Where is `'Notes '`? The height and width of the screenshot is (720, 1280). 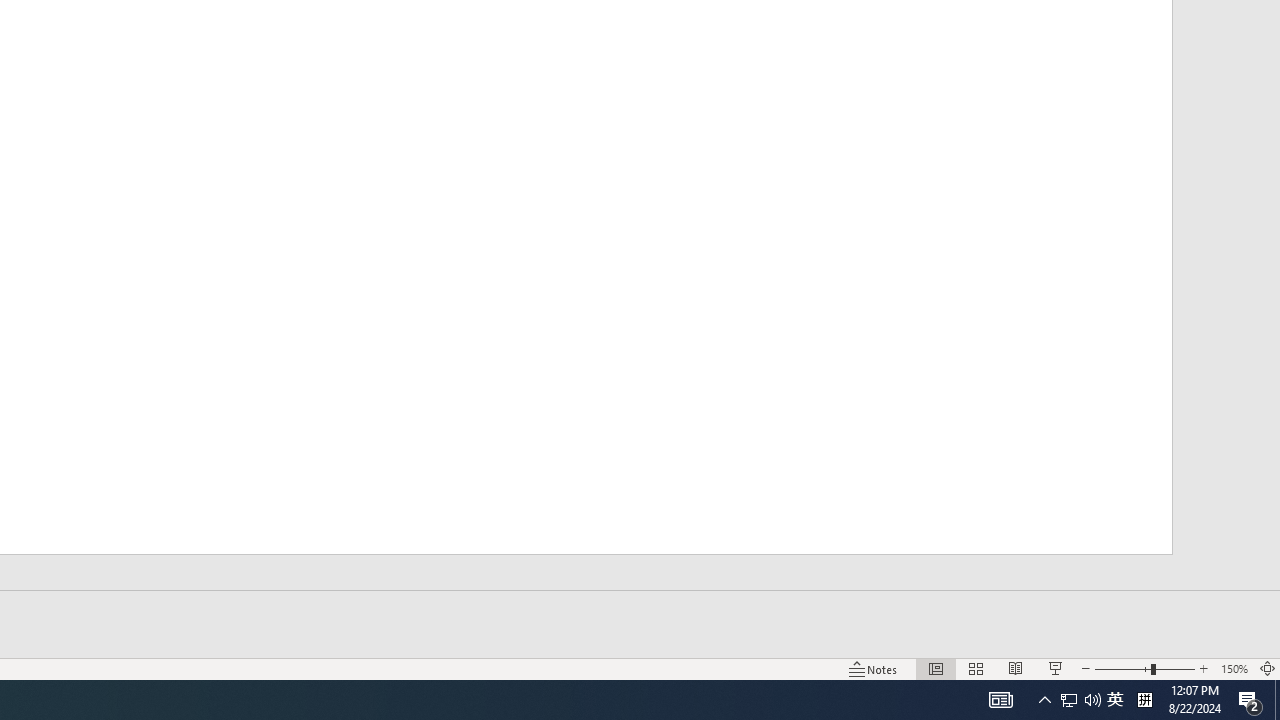
'Notes ' is located at coordinates (874, 669).